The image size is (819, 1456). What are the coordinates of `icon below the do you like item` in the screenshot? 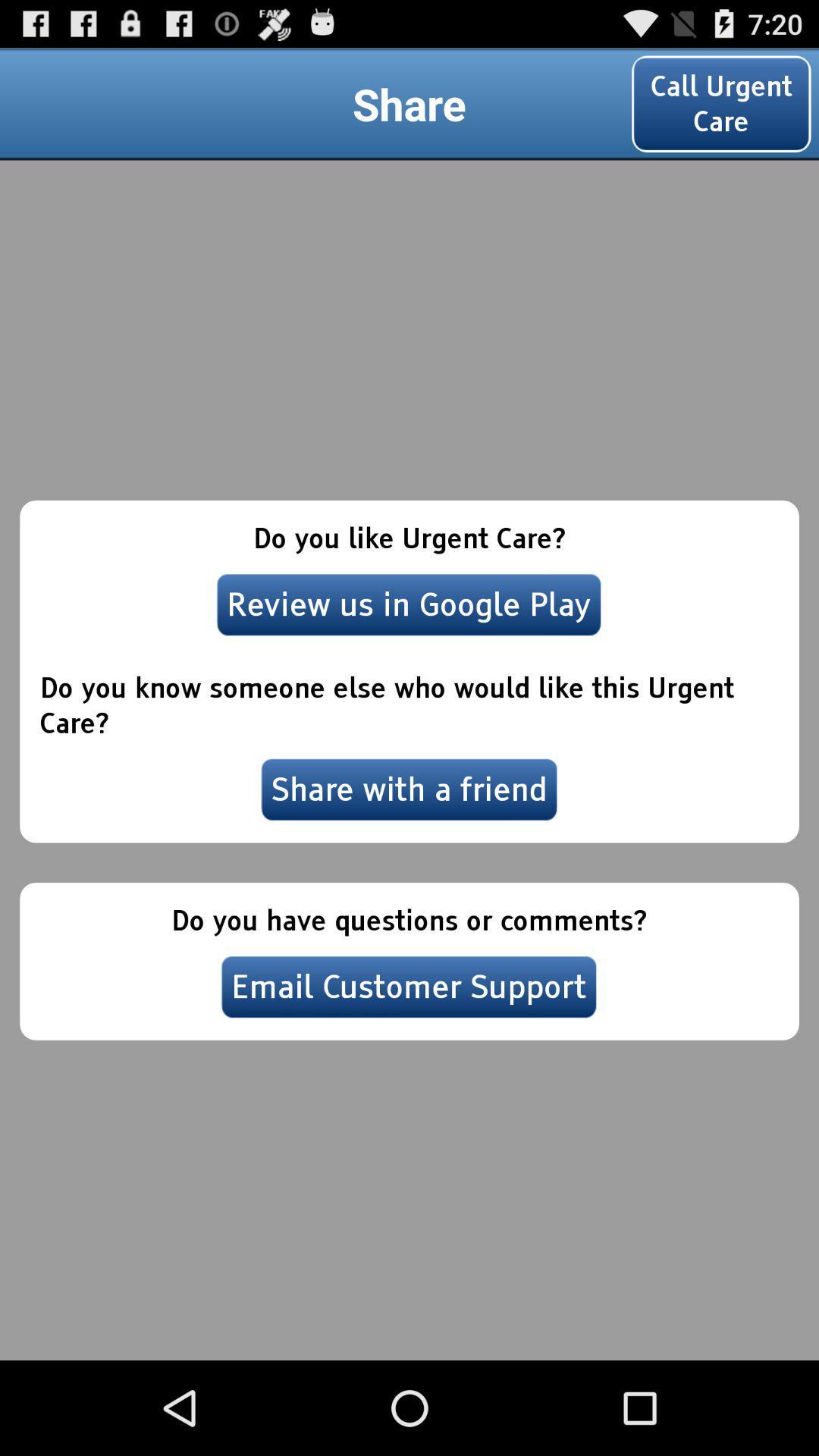 It's located at (408, 604).